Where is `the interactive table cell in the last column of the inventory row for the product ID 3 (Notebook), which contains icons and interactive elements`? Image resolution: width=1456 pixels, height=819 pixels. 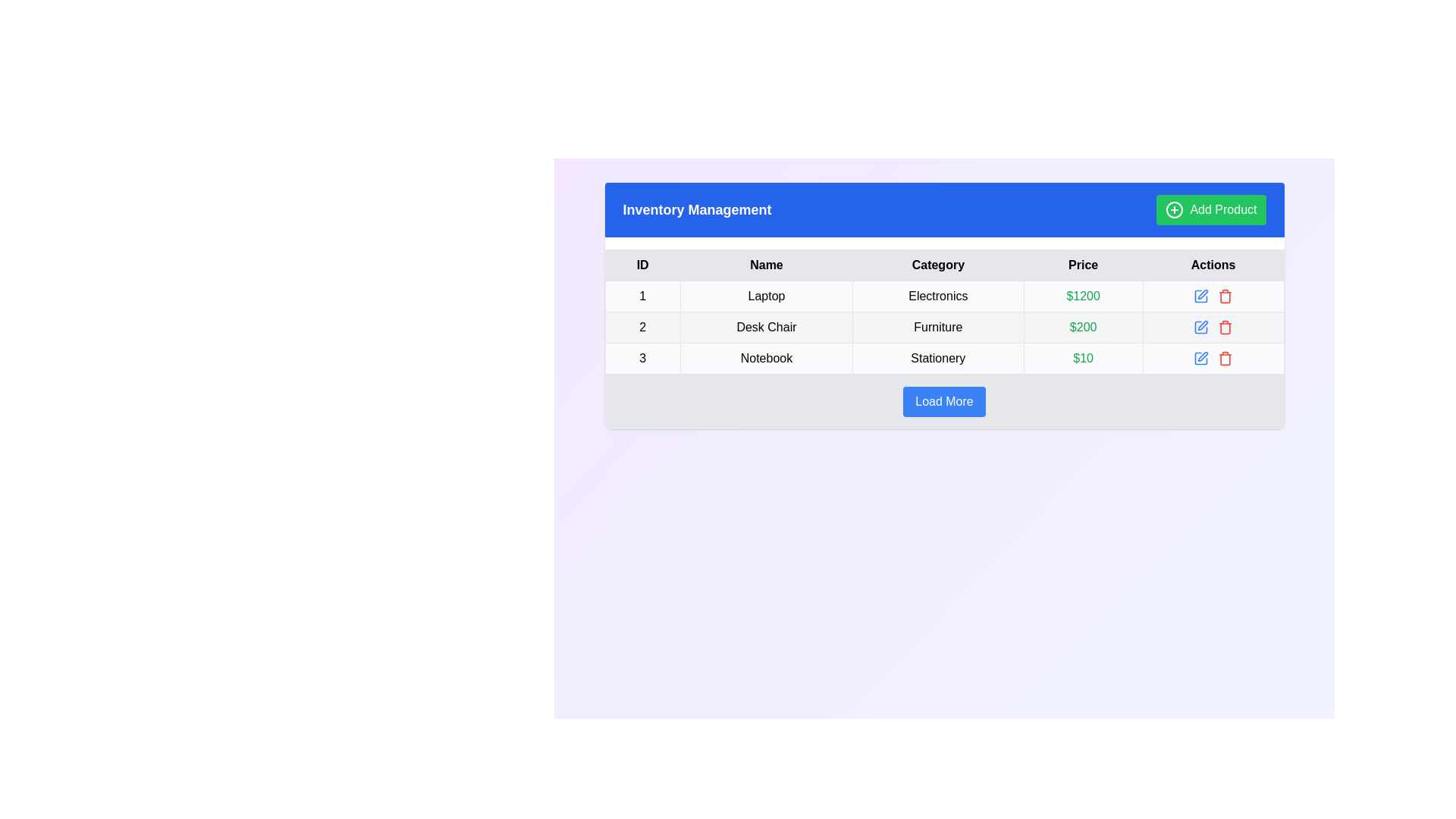
the interactive table cell in the last column of the inventory row for the product ID 3 (Notebook), which contains icons and interactive elements is located at coordinates (1213, 359).